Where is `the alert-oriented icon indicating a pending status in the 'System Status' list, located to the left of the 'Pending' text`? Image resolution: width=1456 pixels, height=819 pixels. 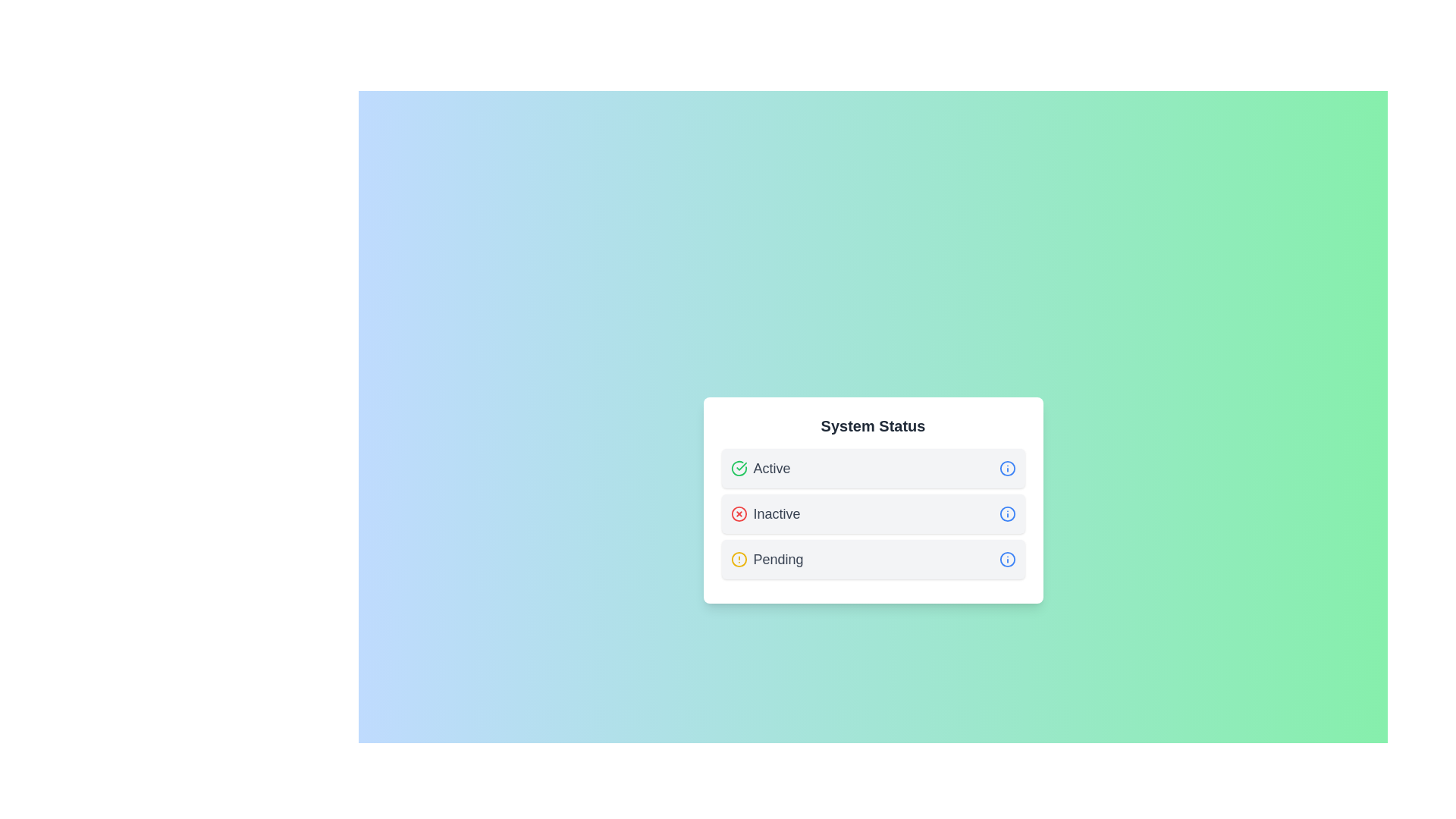
the alert-oriented icon indicating a pending status in the 'System Status' list, located to the left of the 'Pending' text is located at coordinates (739, 559).